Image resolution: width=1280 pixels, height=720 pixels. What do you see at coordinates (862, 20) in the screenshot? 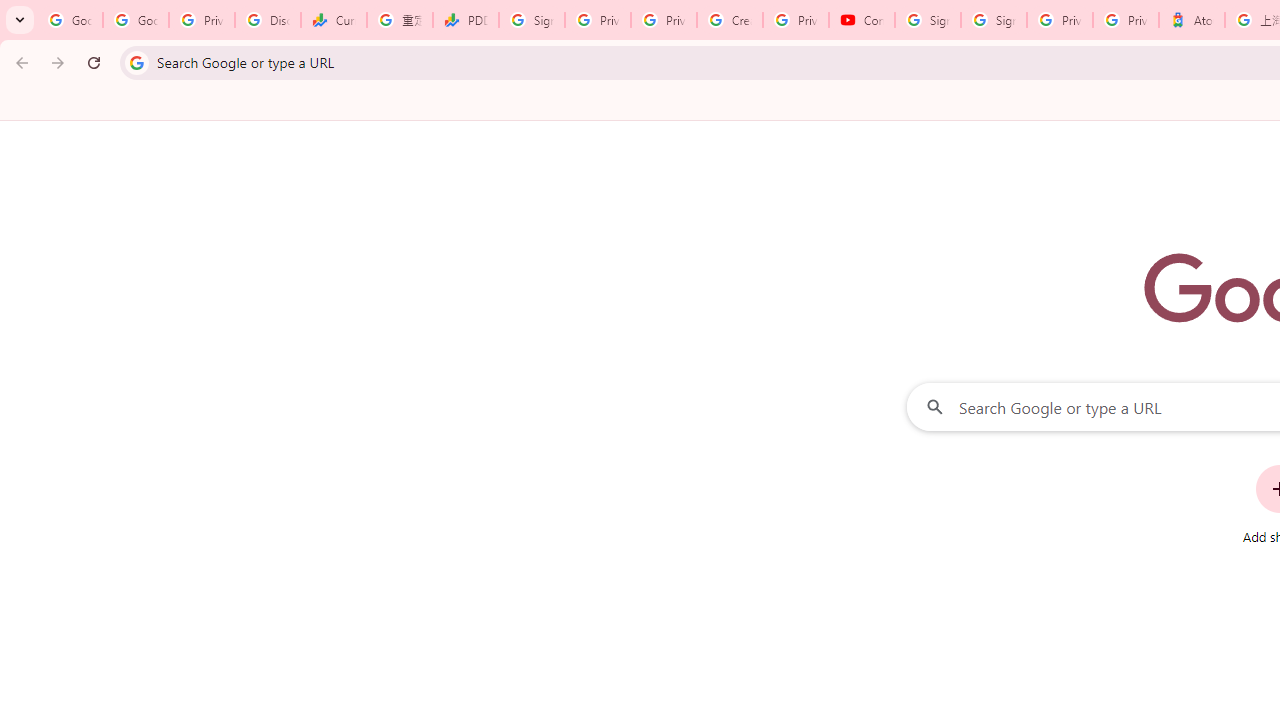
I see `'Content Creator Programs & Opportunities - YouTube Creators'` at bounding box center [862, 20].